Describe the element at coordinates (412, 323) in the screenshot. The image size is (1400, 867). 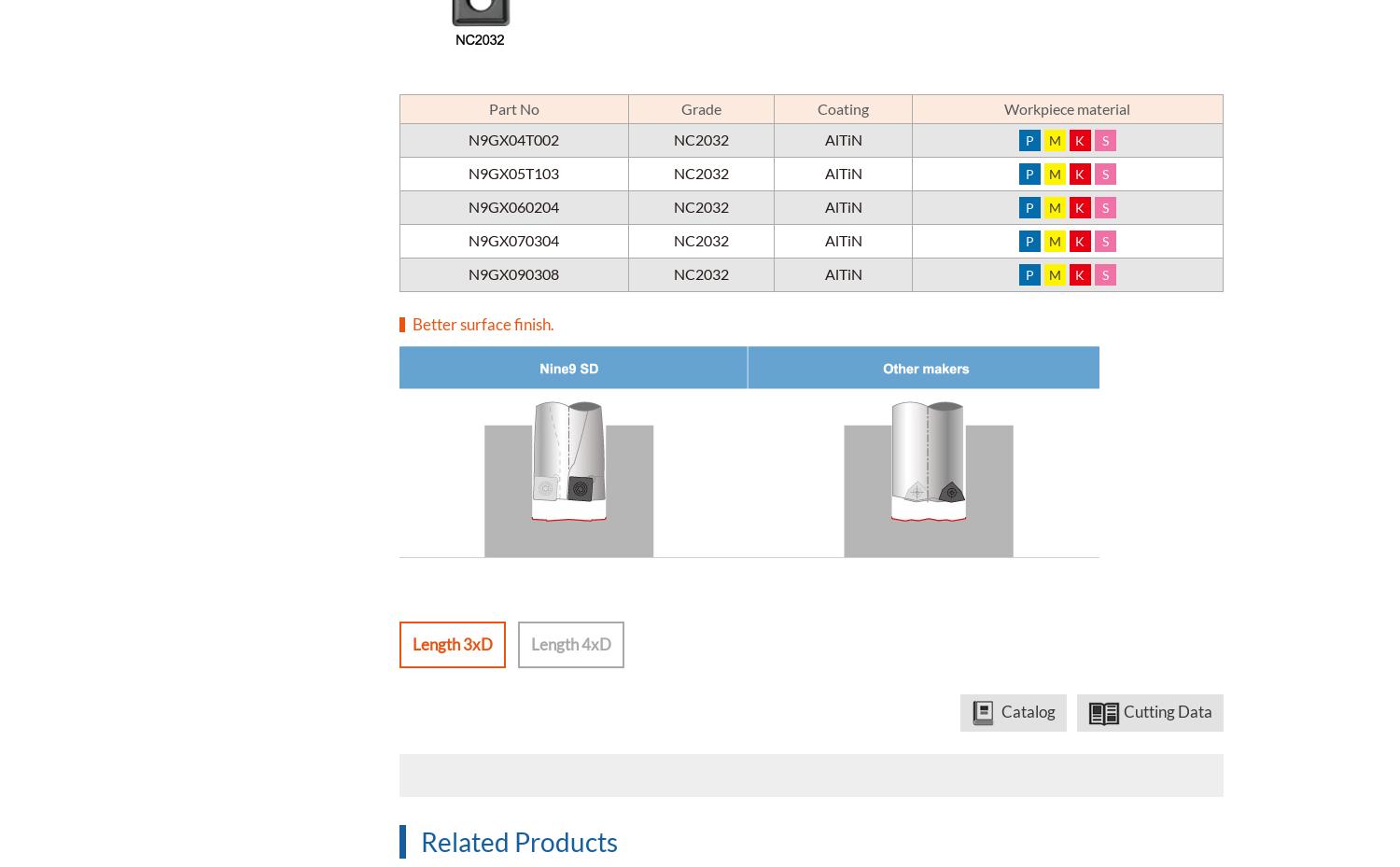
I see `'Better surface finish.'` at that location.